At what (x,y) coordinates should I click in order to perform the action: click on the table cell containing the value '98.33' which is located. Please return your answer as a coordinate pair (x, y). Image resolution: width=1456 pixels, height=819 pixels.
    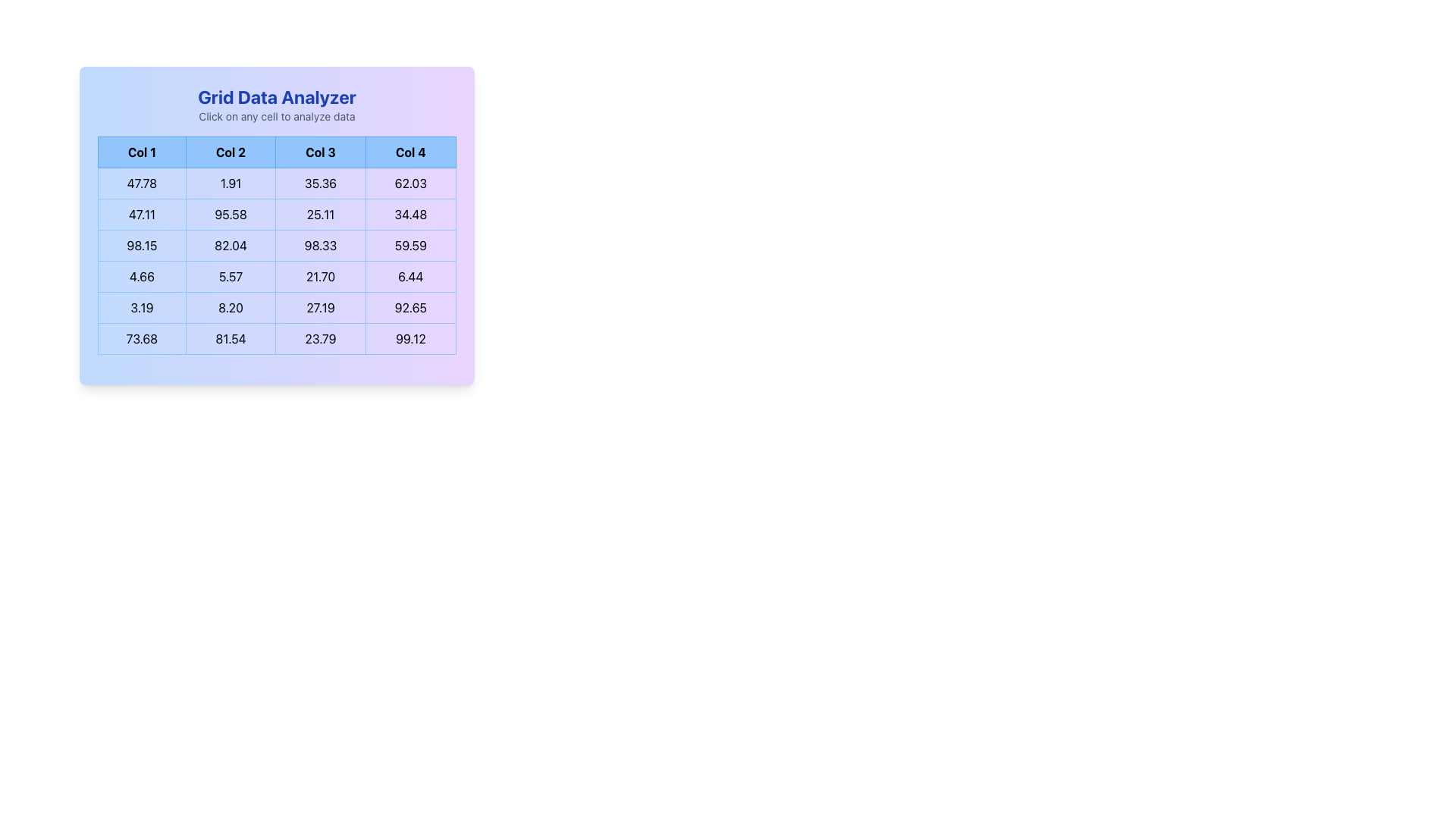
    Looking at the image, I should click on (319, 245).